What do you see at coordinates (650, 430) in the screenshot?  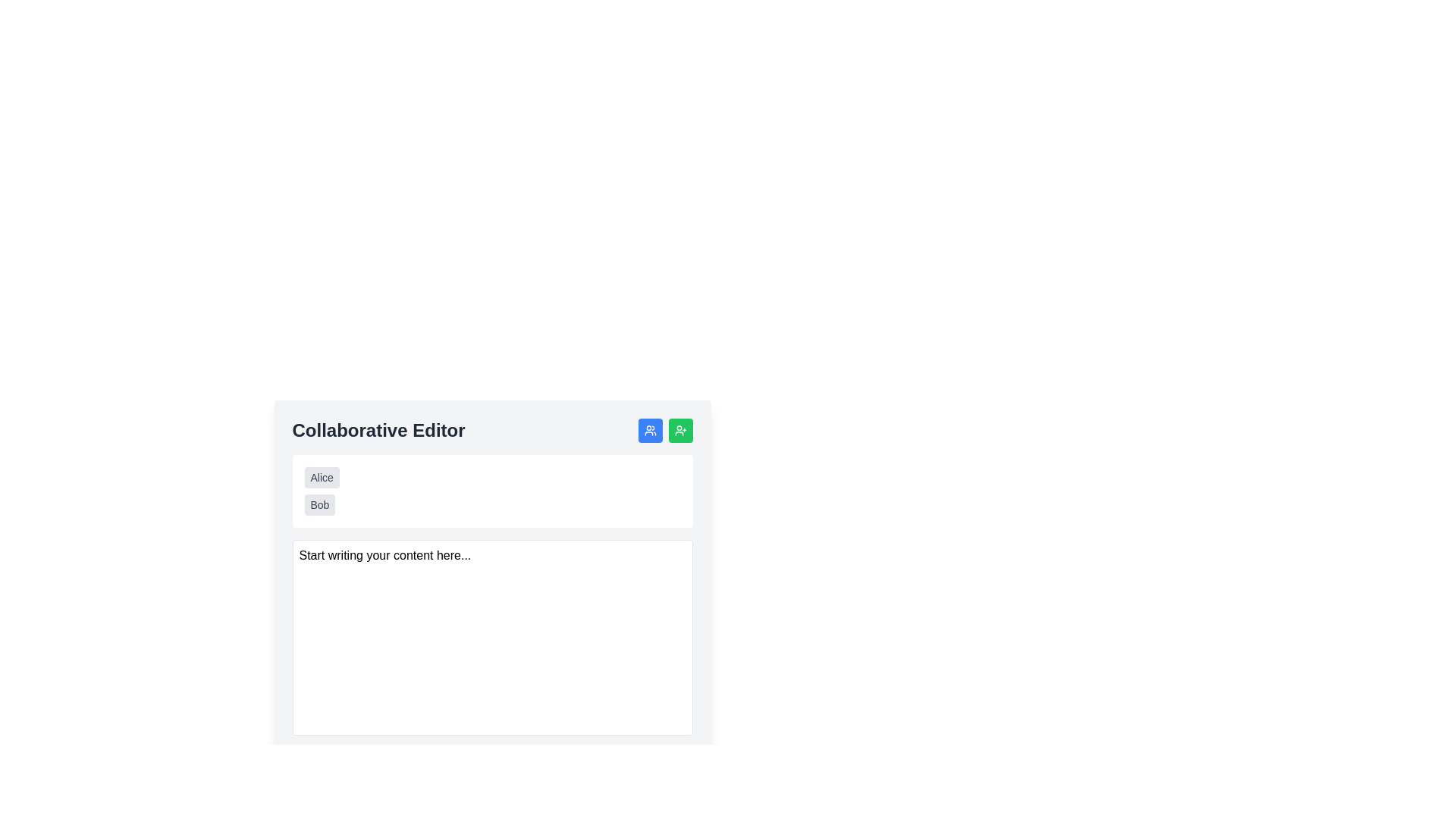 I see `the blue rectangular button with a white icon of multiple users, located in the upper right corner of the Collaborative Editor interface` at bounding box center [650, 430].